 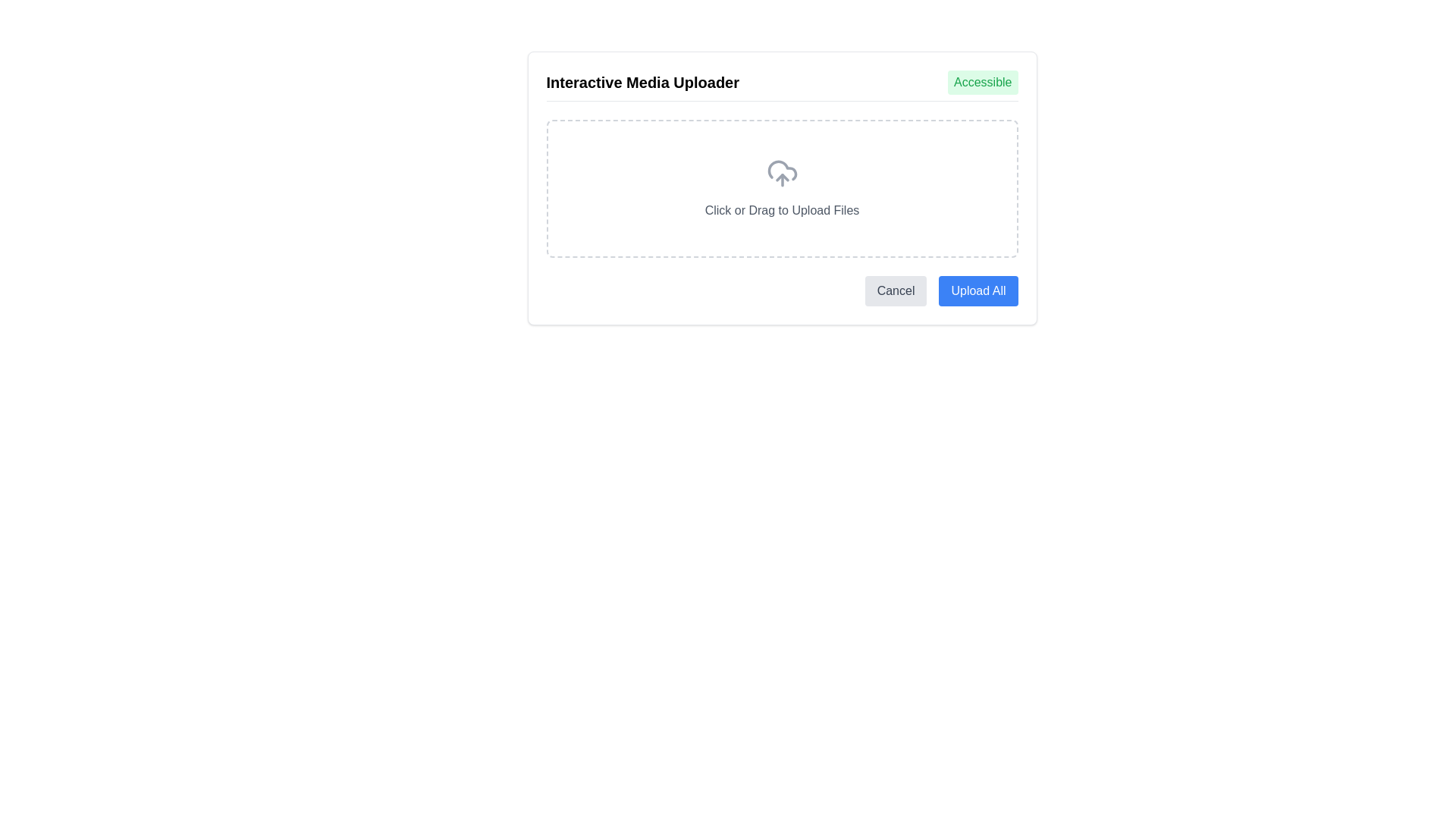 What do you see at coordinates (896, 291) in the screenshot?
I see `the 'Cancel' button, which is a rectangular button with rounded corners and a light gray background` at bounding box center [896, 291].